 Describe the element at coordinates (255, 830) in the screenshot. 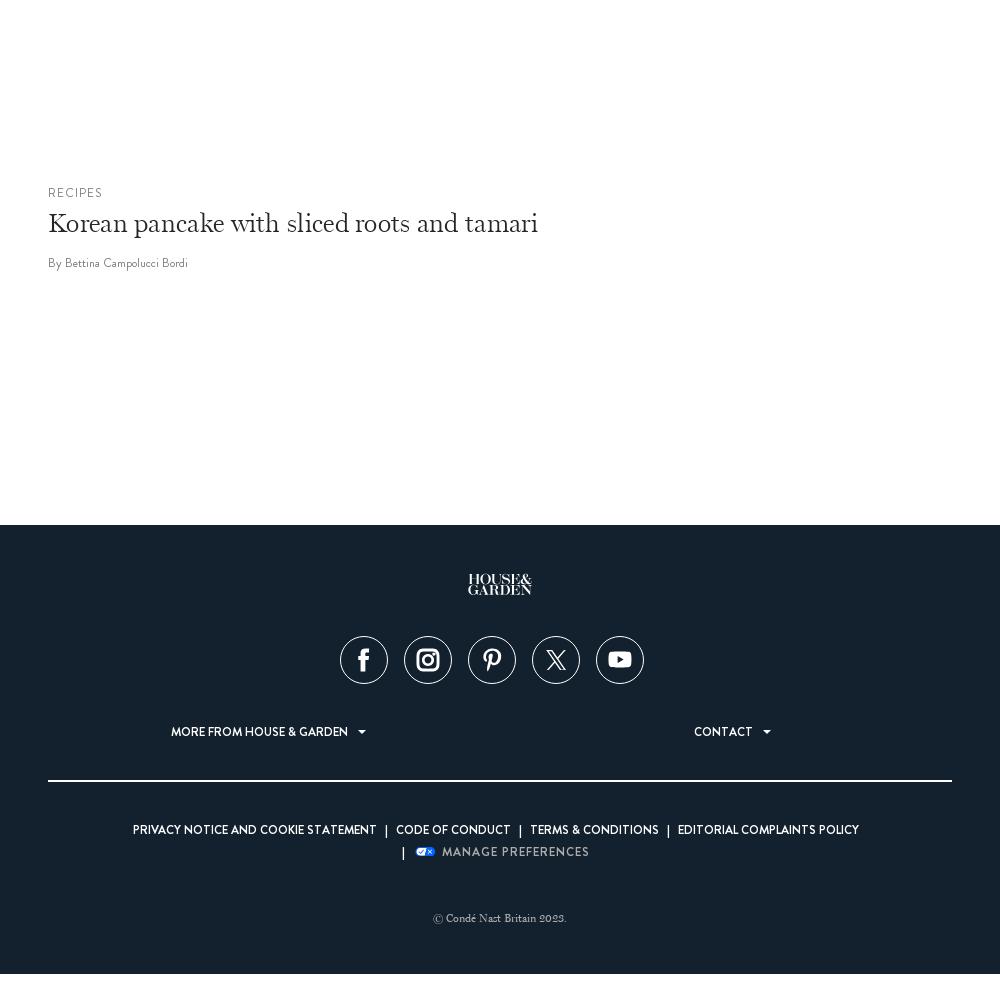

I see `'Privacy notice and cookie statement'` at that location.